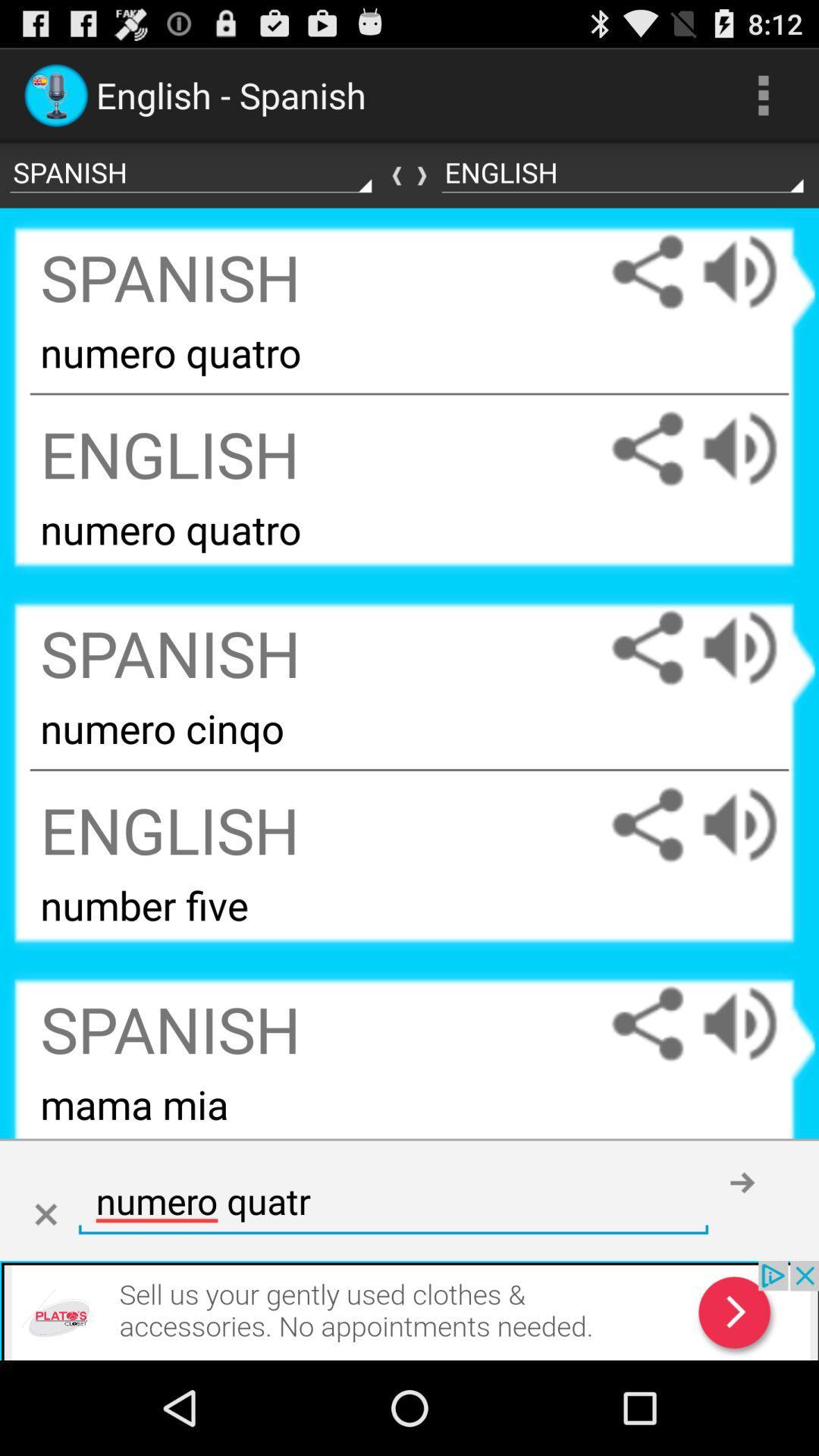 The image size is (819, 1456). I want to click on sound on/off, so click(755, 1024).